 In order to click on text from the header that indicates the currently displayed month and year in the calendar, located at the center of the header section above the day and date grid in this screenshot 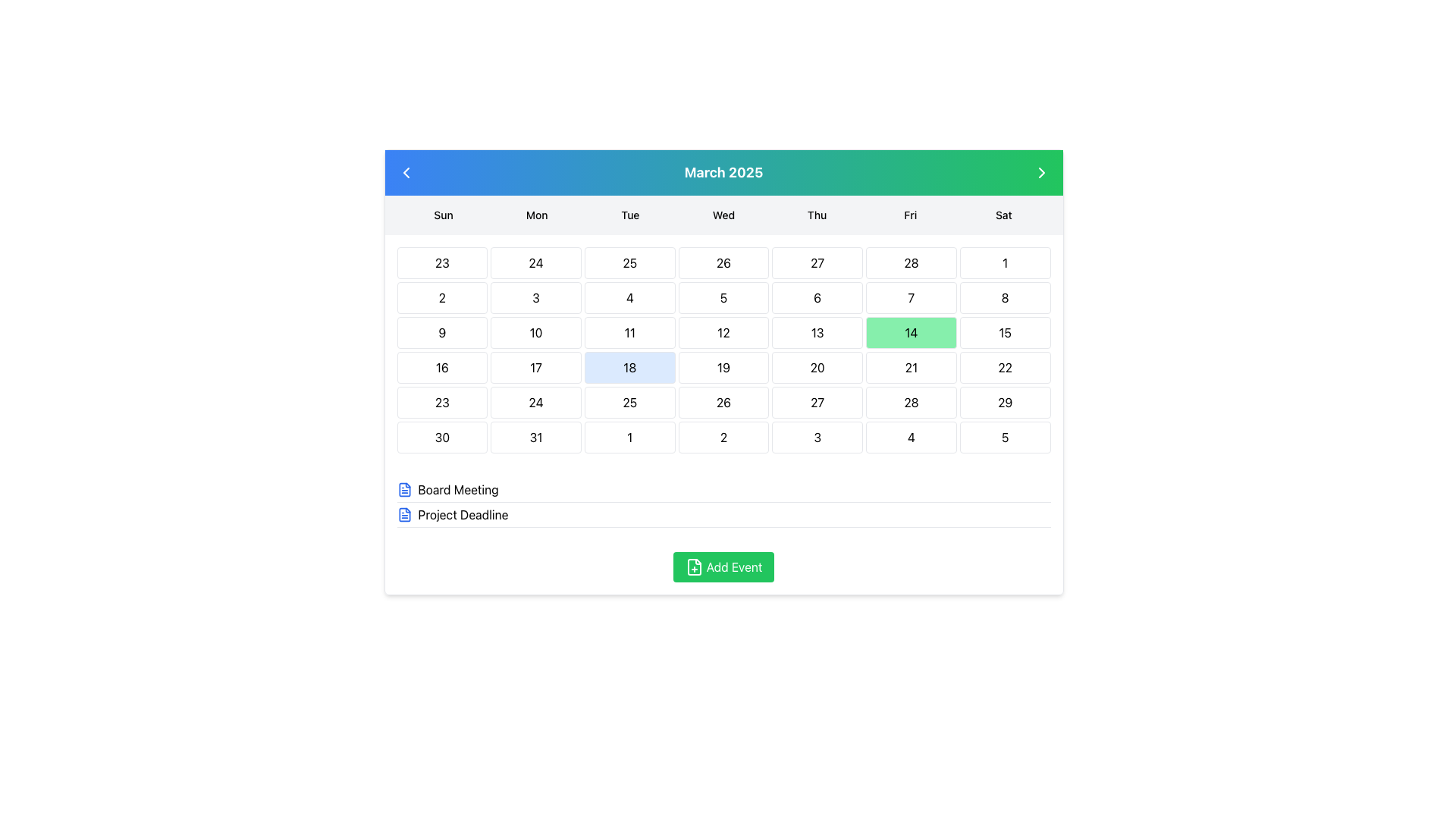, I will do `click(723, 171)`.